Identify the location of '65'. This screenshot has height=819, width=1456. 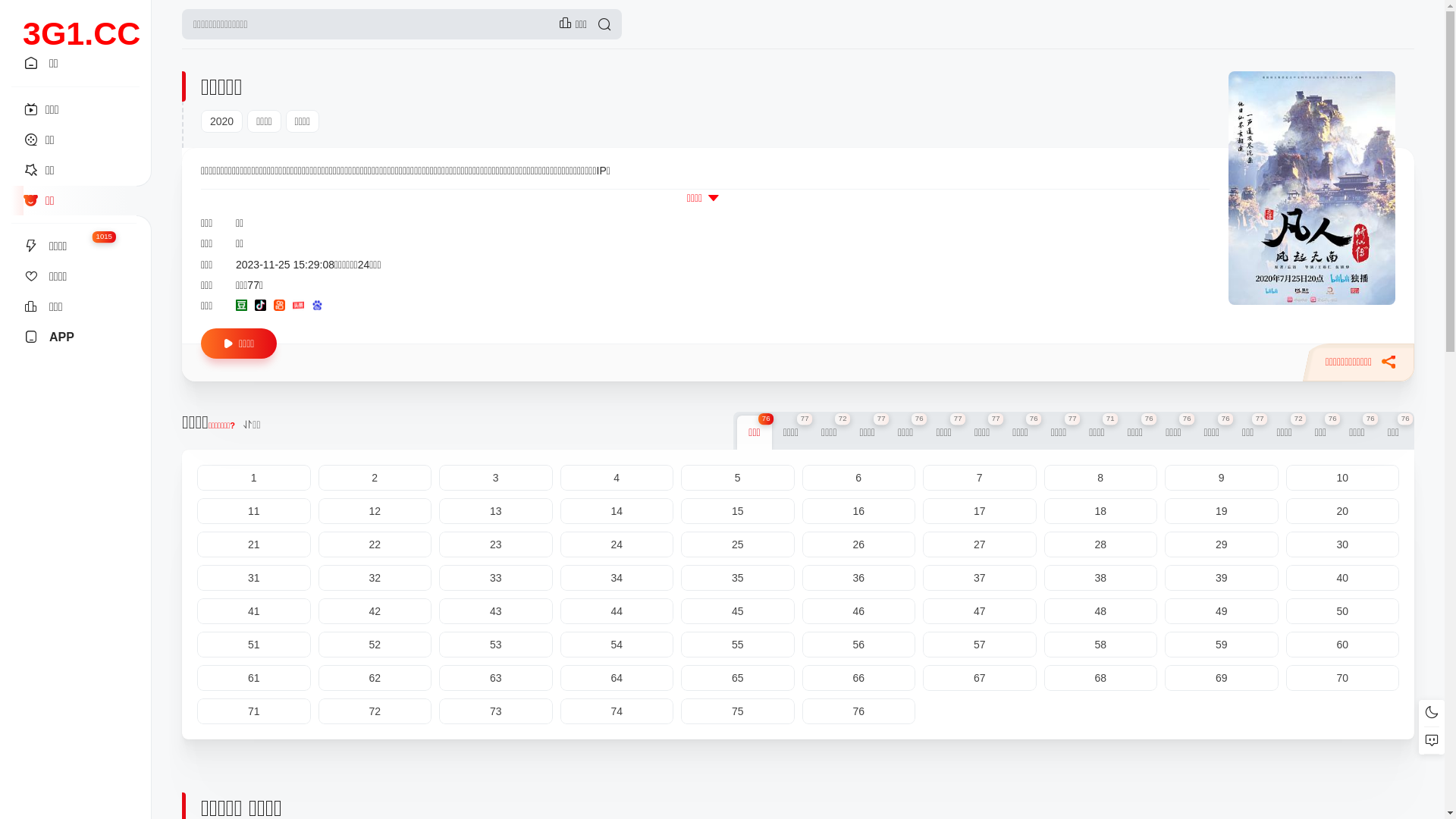
(738, 677).